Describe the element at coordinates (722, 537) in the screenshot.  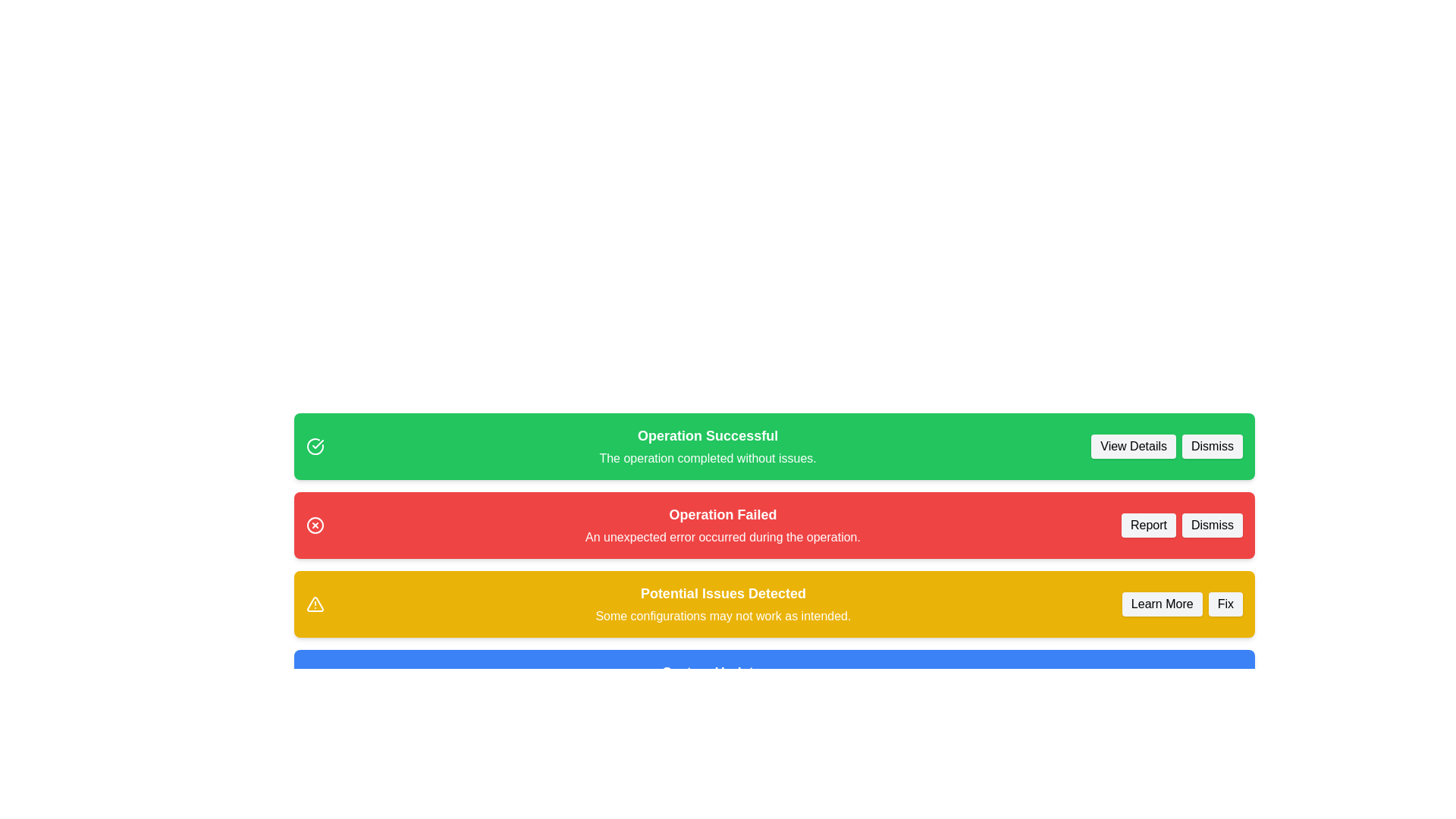
I see `text from the text label displaying 'An unexpected error occurred during the operation.' which is located in the red alert box under the heading 'Operation Failed.'` at that location.